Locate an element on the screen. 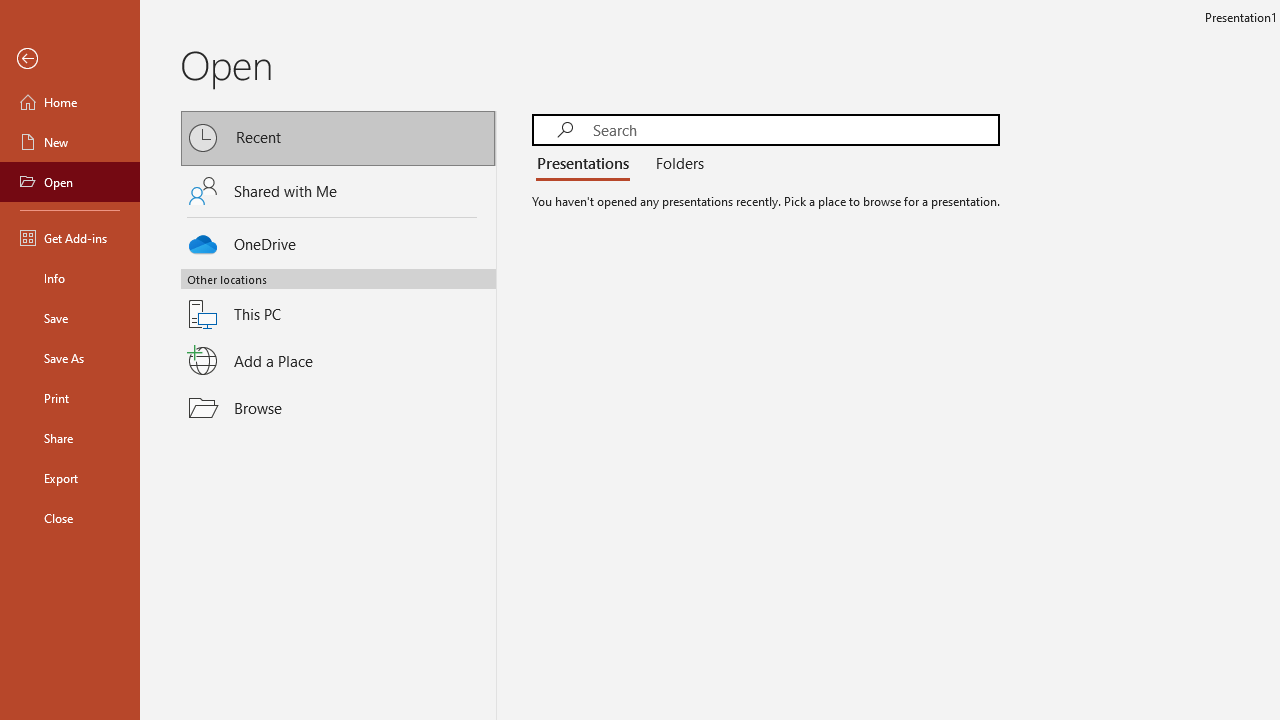  'Presentations' is located at coordinates (586, 163).